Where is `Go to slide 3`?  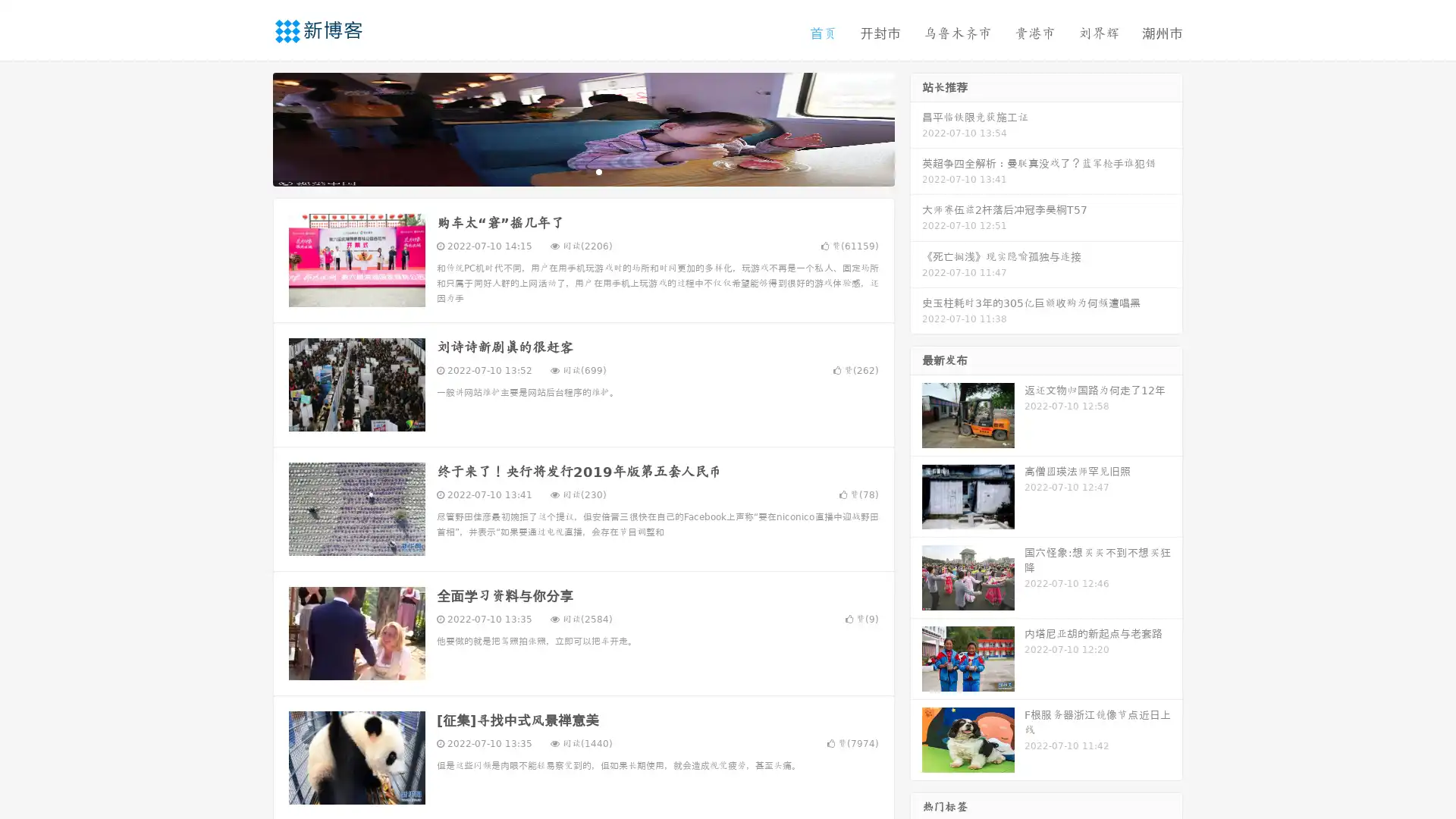 Go to slide 3 is located at coordinates (598, 171).